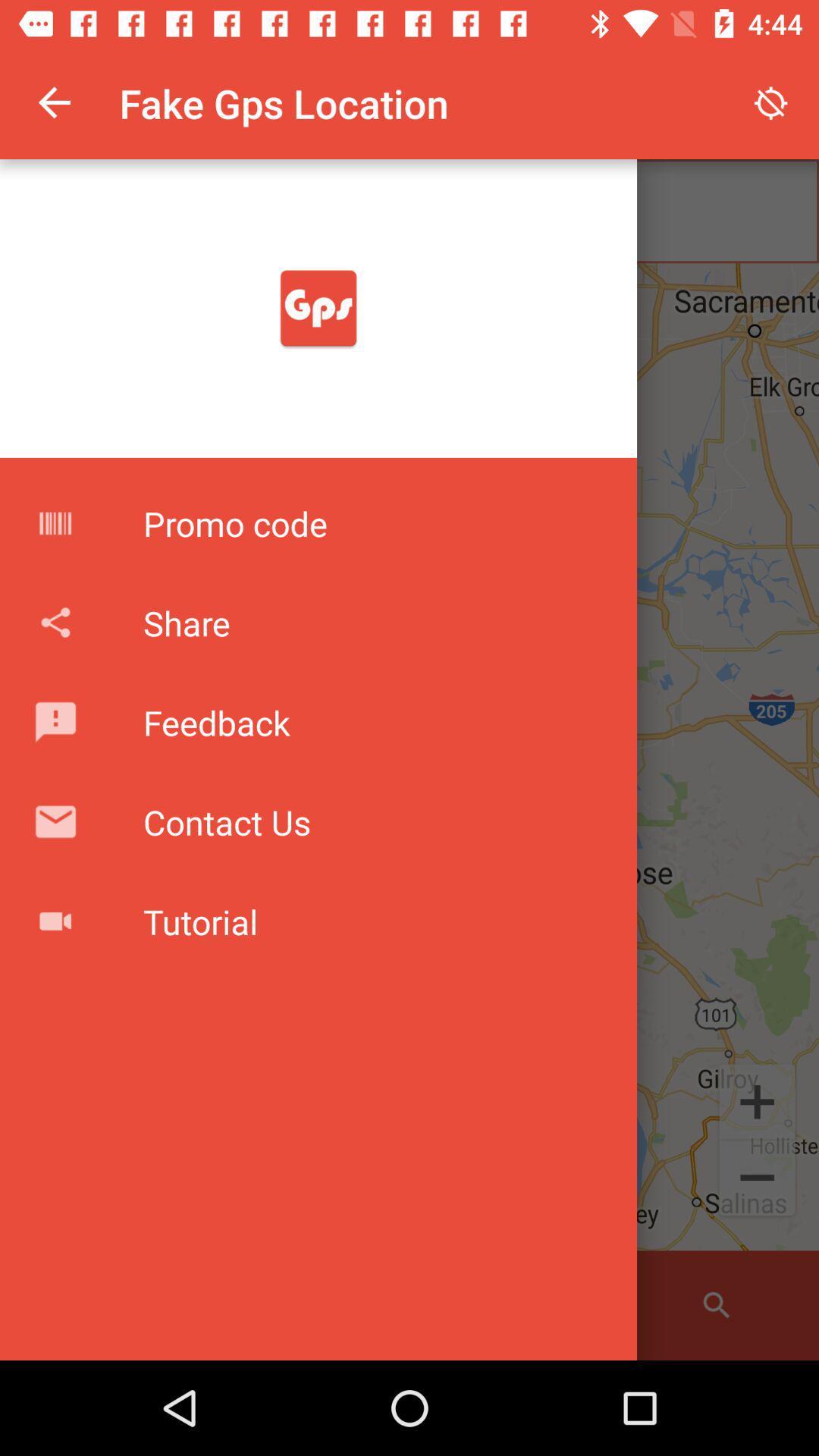 This screenshot has height=1456, width=819. I want to click on the add icon, so click(757, 1100).